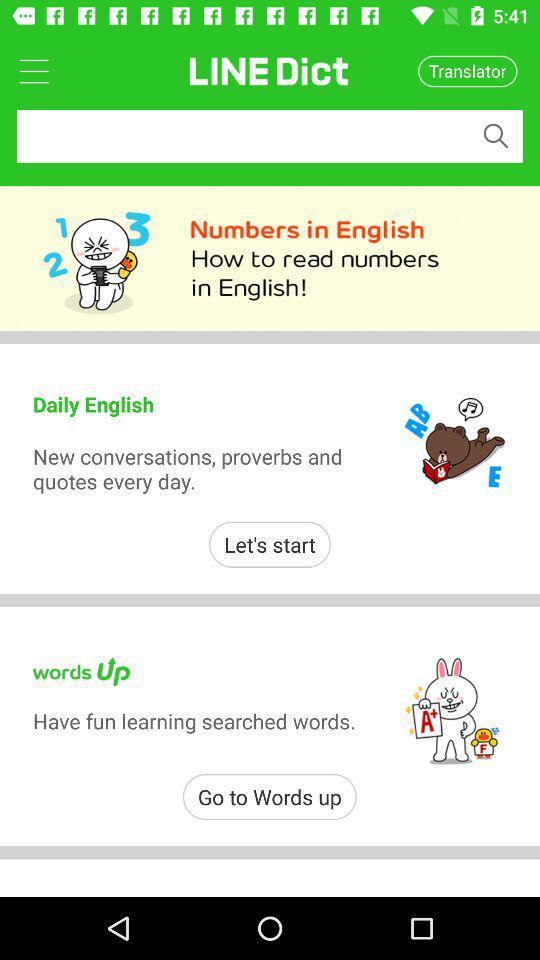 This screenshot has height=960, width=540. I want to click on go to words, so click(269, 797).